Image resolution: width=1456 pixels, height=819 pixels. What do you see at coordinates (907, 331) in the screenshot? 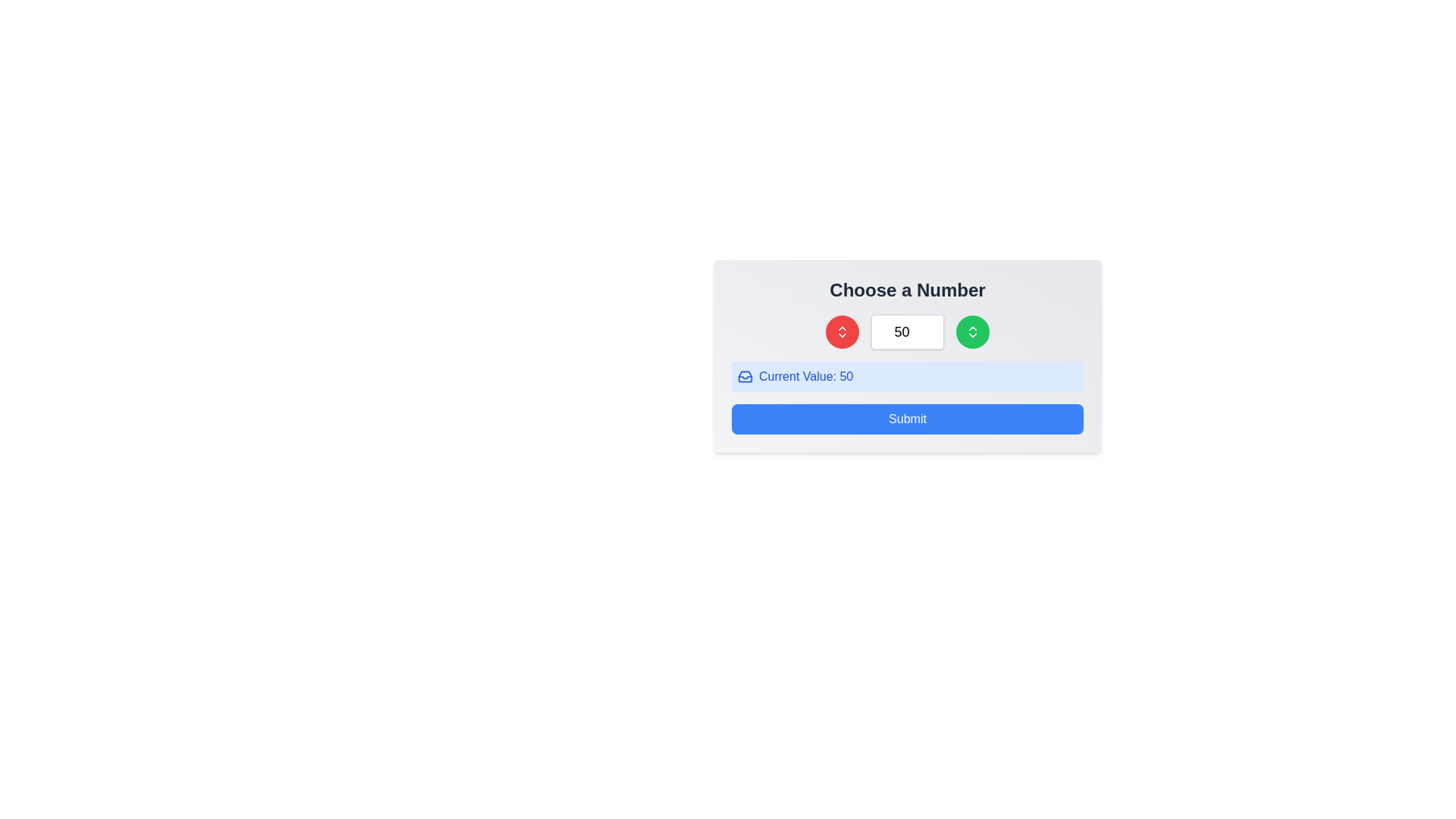
I see `the green circular button with an upward arrow icon to increase the number in the composite UI element below the 'Choose a Number' heading` at bounding box center [907, 331].